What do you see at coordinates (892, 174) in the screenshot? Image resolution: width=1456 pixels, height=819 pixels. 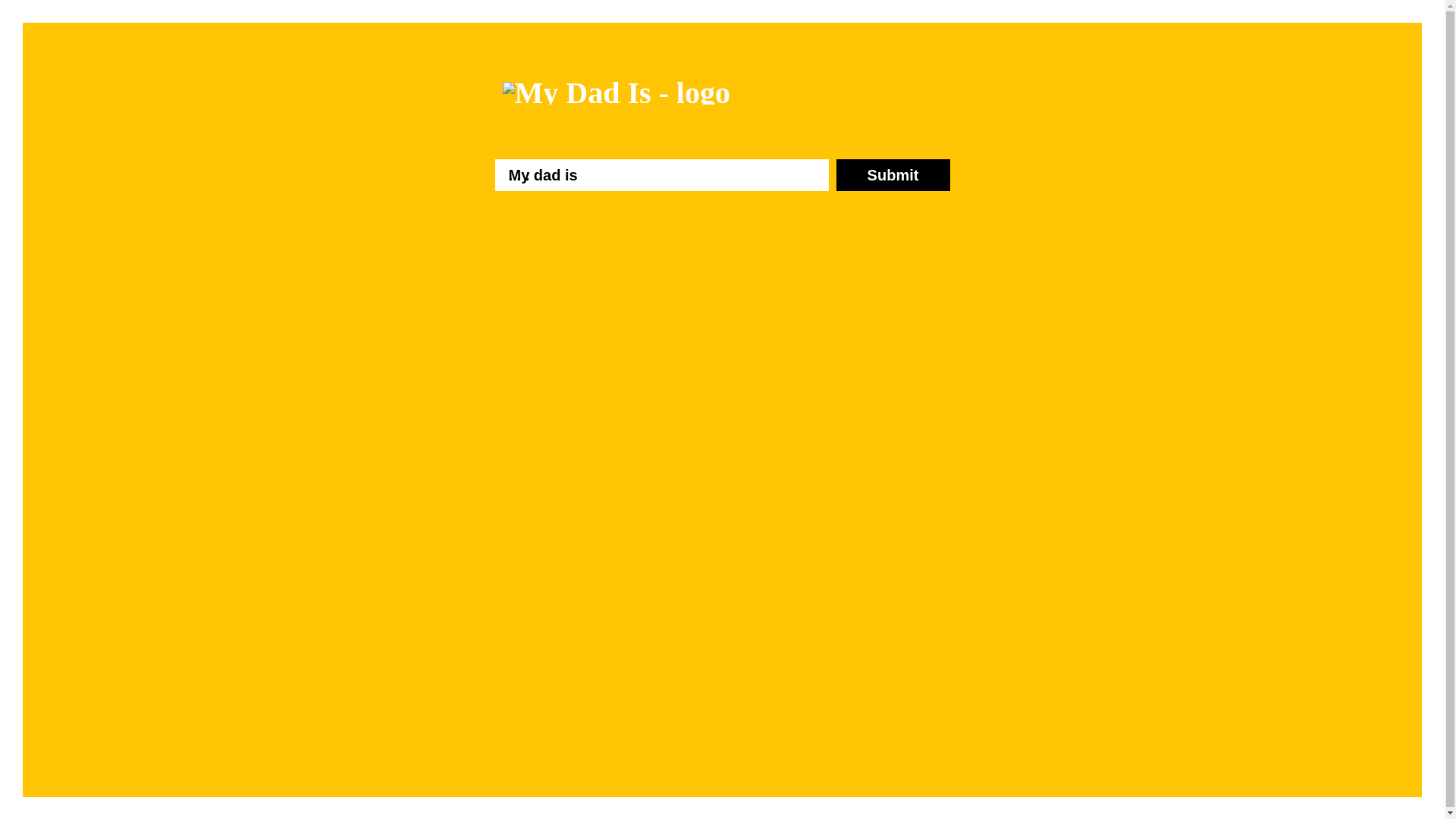 I see `'Submit'` at bounding box center [892, 174].